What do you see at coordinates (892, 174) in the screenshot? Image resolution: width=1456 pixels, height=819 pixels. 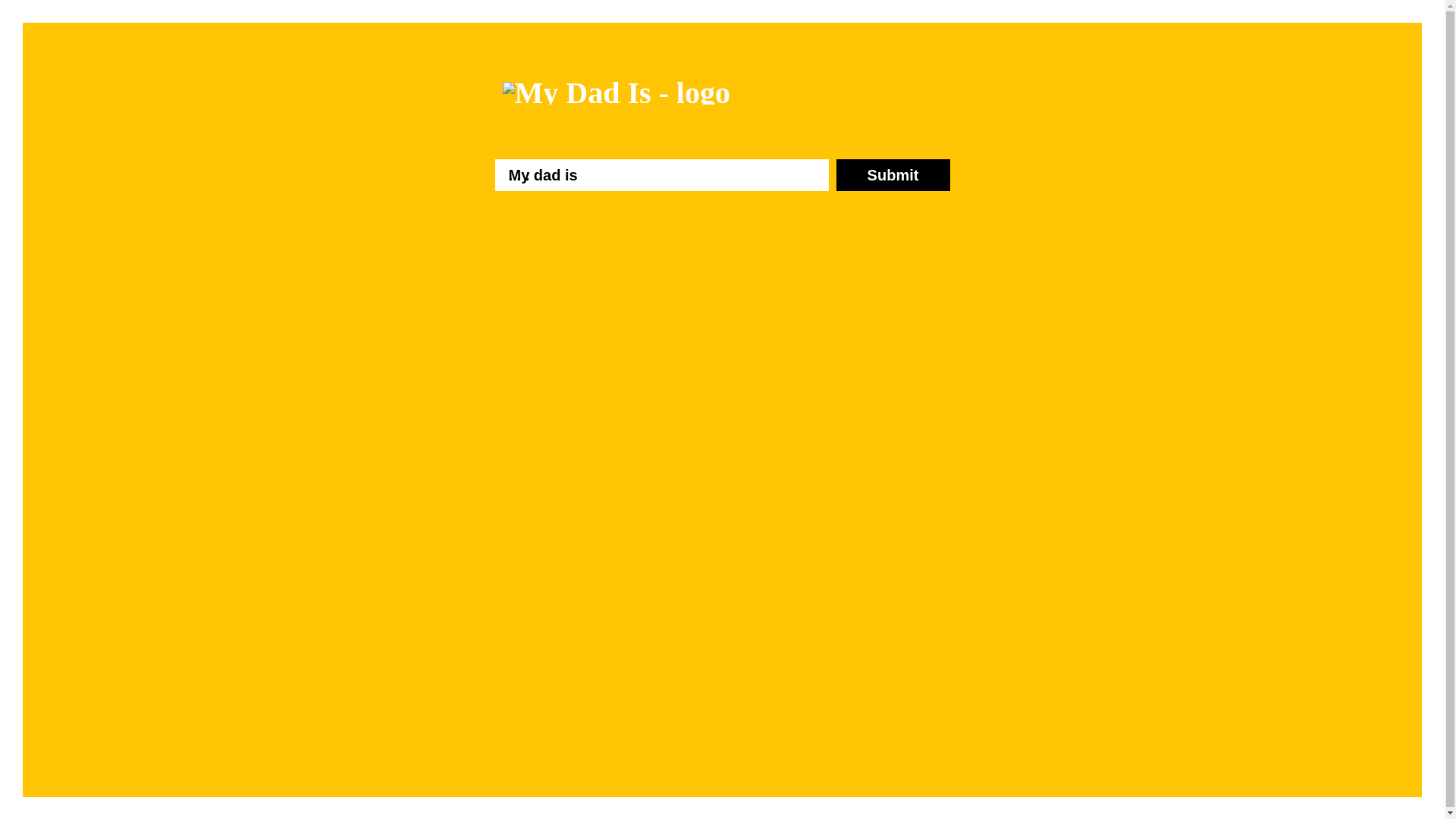 I see `'Submit'` at bounding box center [892, 174].